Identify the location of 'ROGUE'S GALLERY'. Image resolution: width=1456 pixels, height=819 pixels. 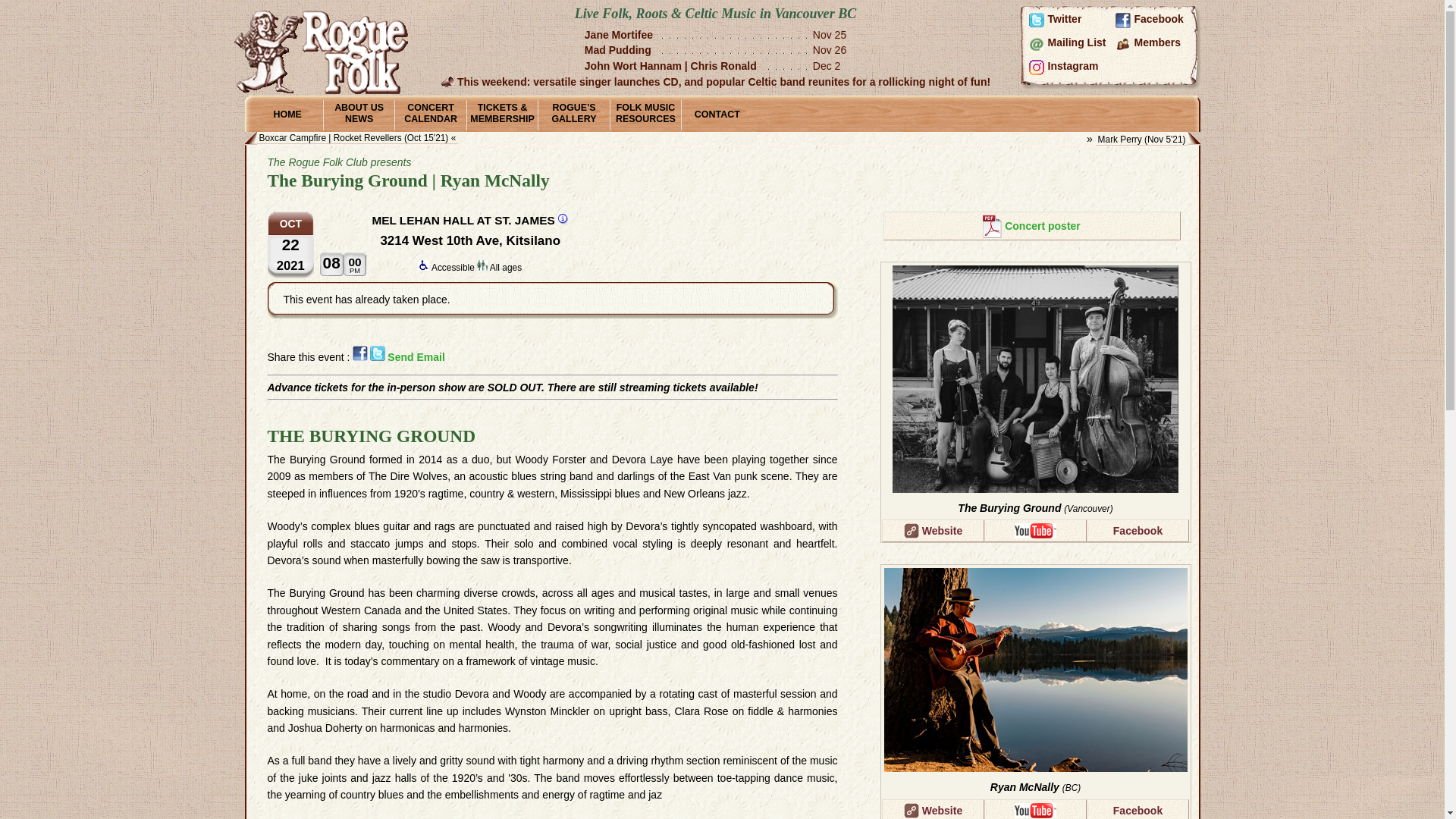
(572, 114).